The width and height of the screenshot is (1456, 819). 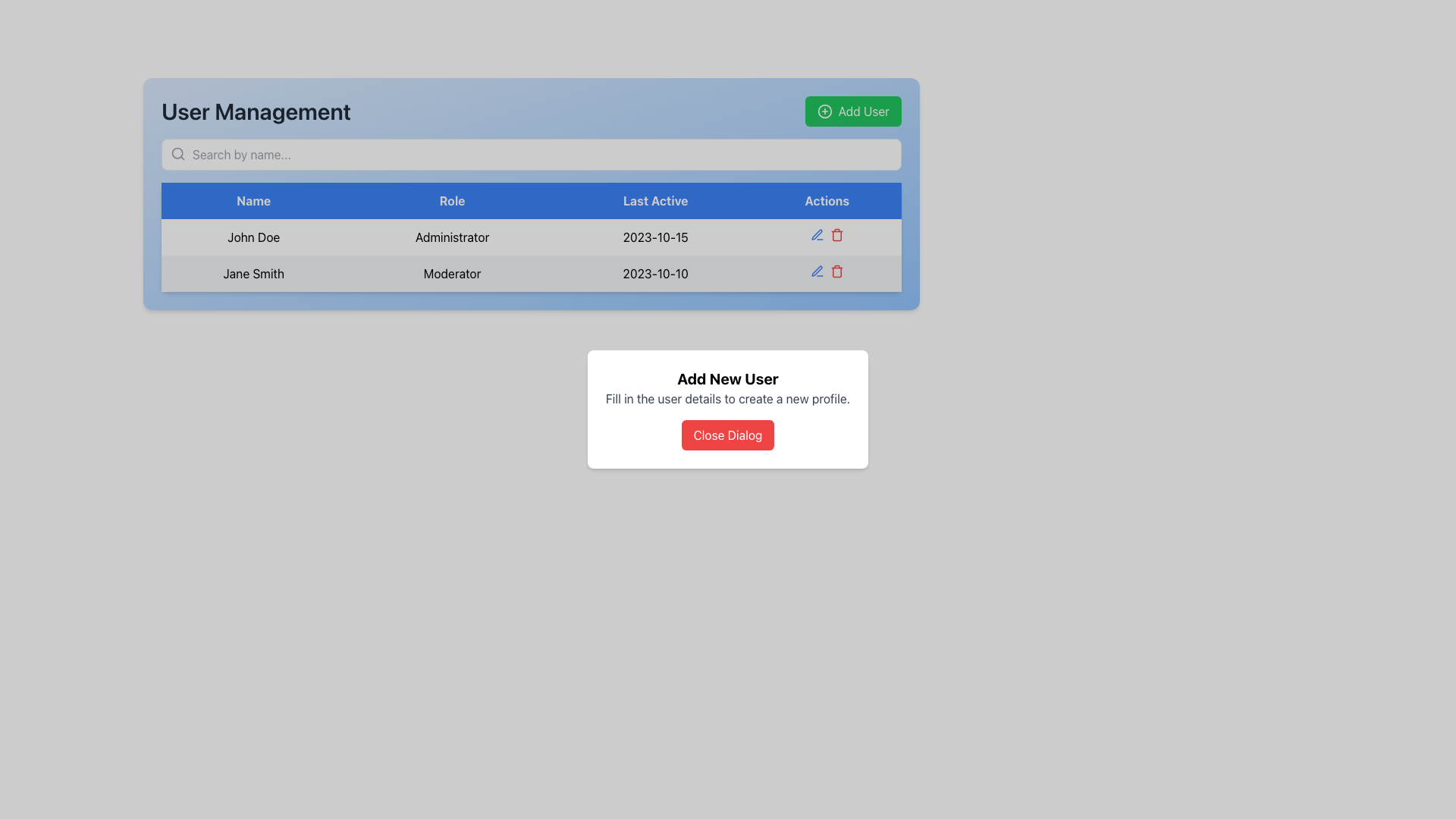 I want to click on the decorative circular SVG graphic that is part of the magnifying glass icon located to the left of the search bar in the 'User Management' interface, so click(x=177, y=153).